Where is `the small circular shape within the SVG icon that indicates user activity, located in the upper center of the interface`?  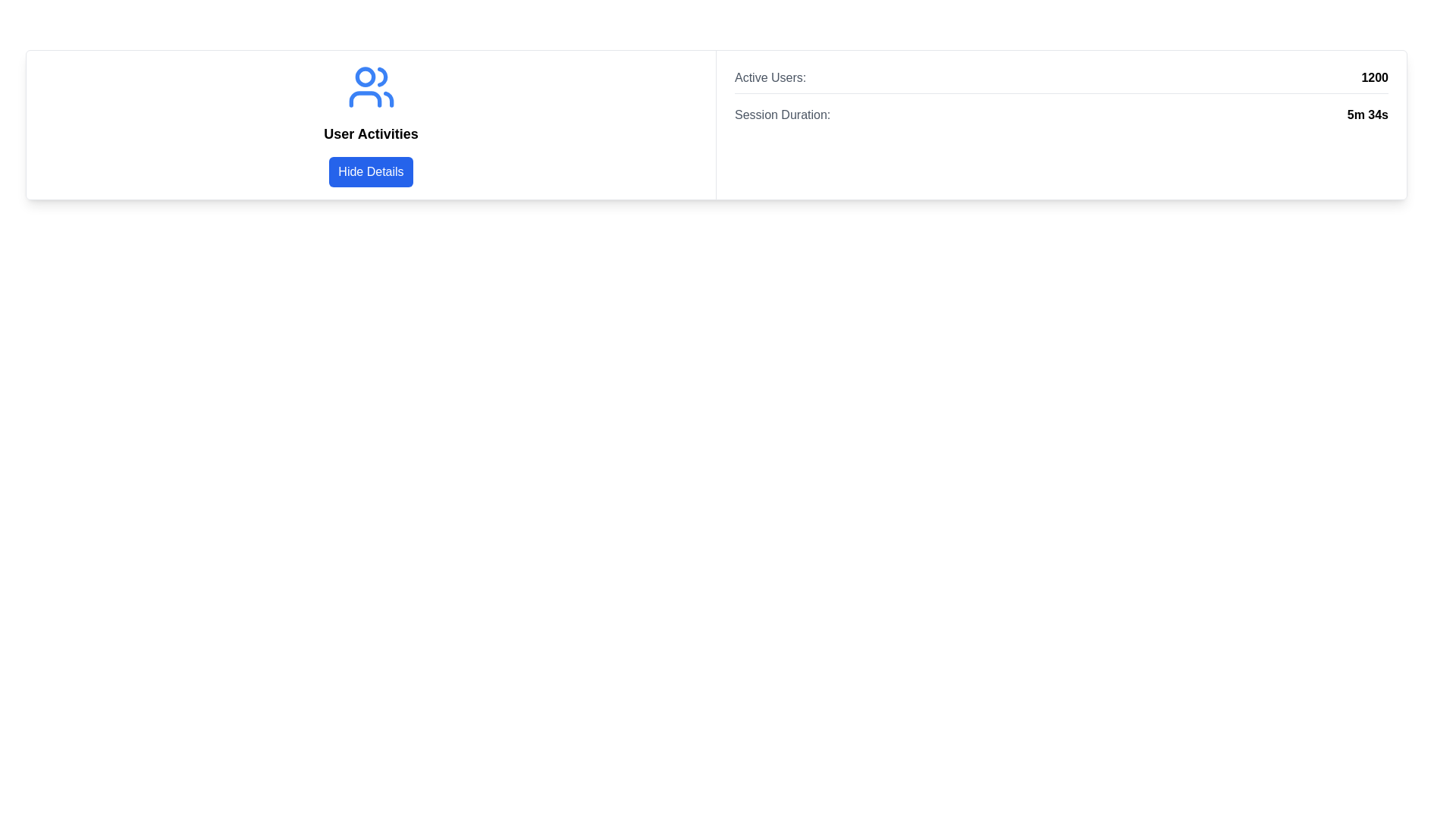 the small circular shape within the SVG icon that indicates user activity, located in the upper center of the interface is located at coordinates (365, 77).